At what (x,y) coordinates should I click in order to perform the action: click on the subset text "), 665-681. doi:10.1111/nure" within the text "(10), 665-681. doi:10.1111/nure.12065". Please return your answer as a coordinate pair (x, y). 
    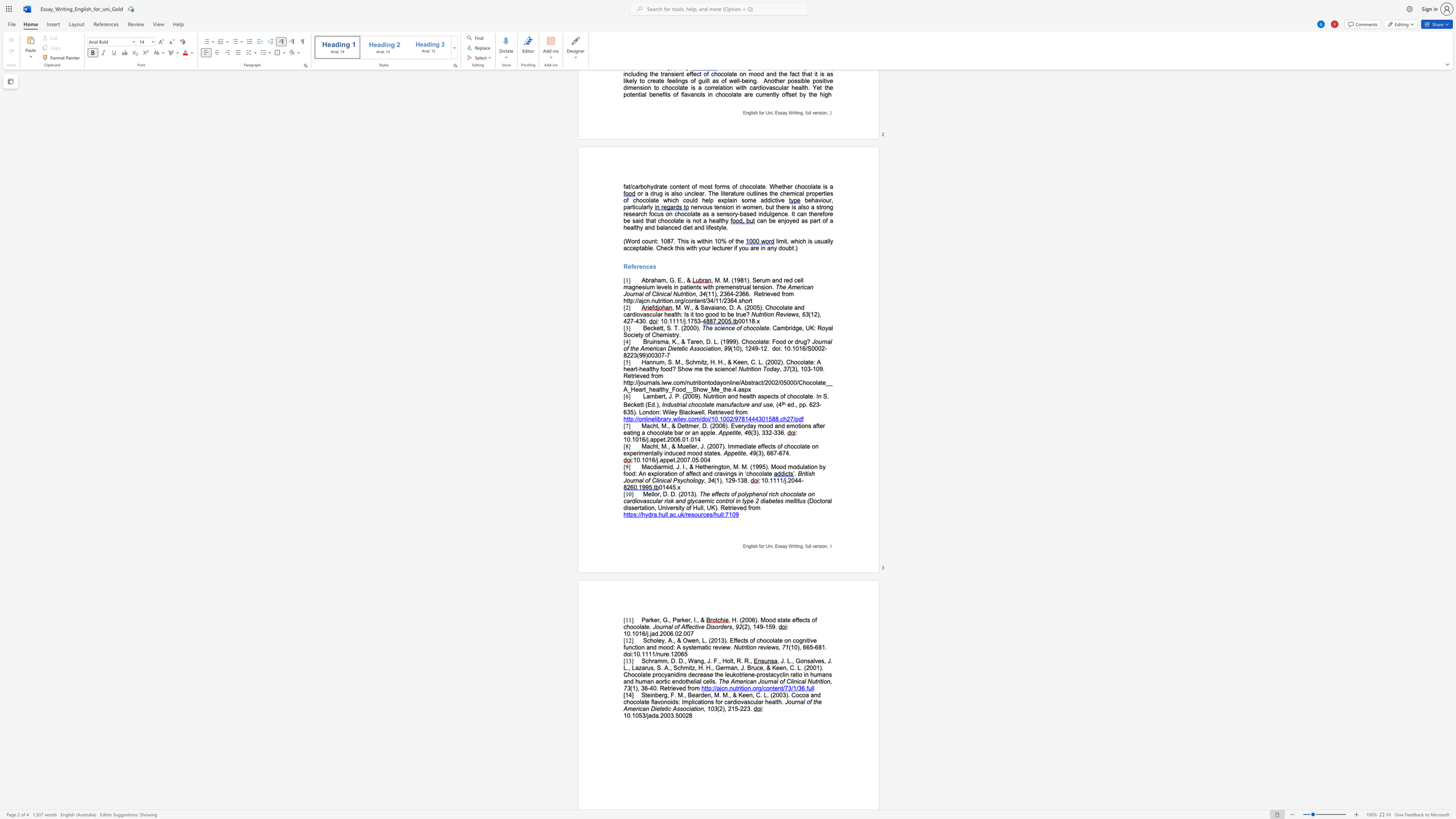
    Looking at the image, I should click on (798, 647).